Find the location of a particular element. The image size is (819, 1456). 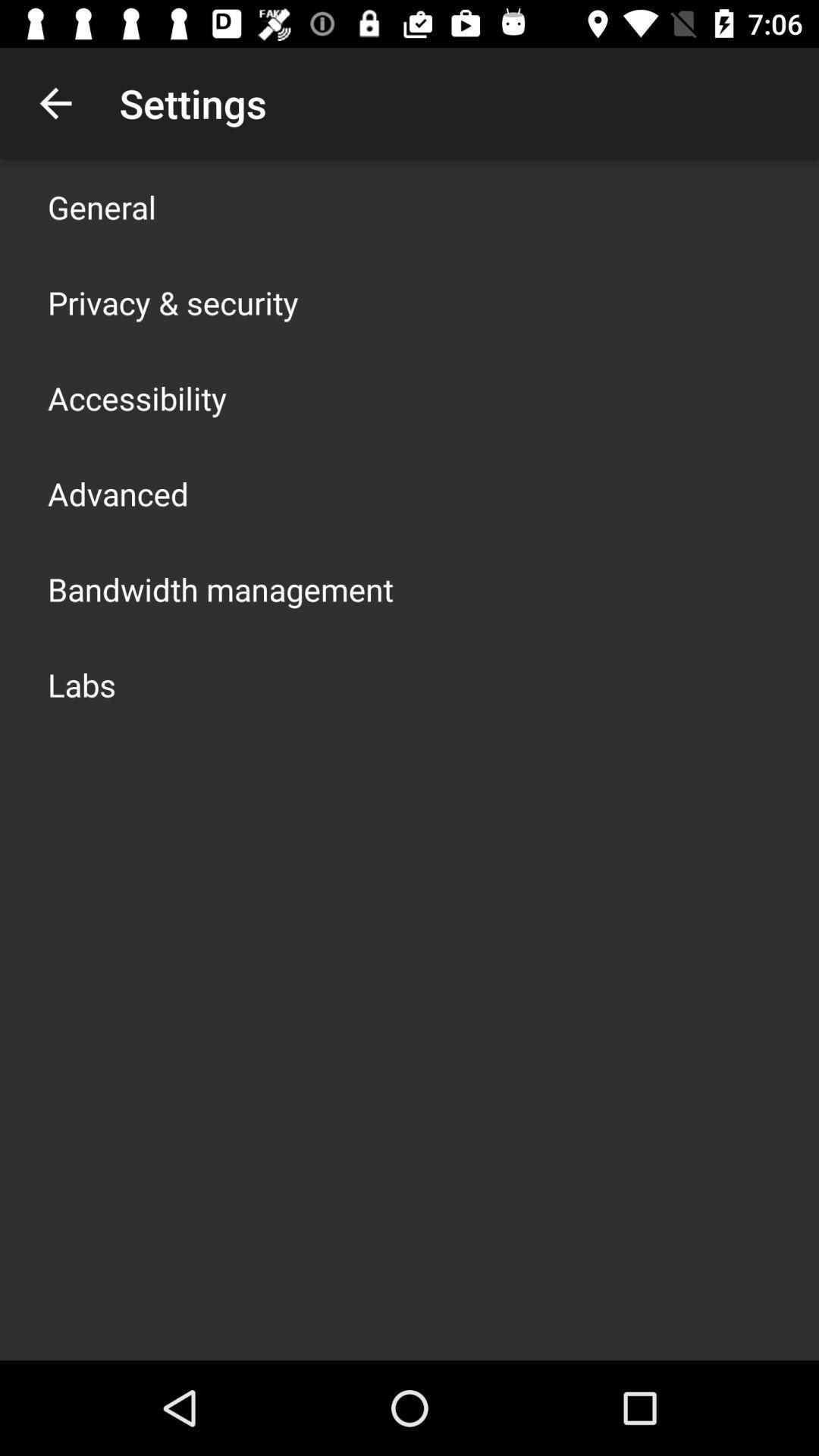

accessibility app is located at coordinates (137, 397).